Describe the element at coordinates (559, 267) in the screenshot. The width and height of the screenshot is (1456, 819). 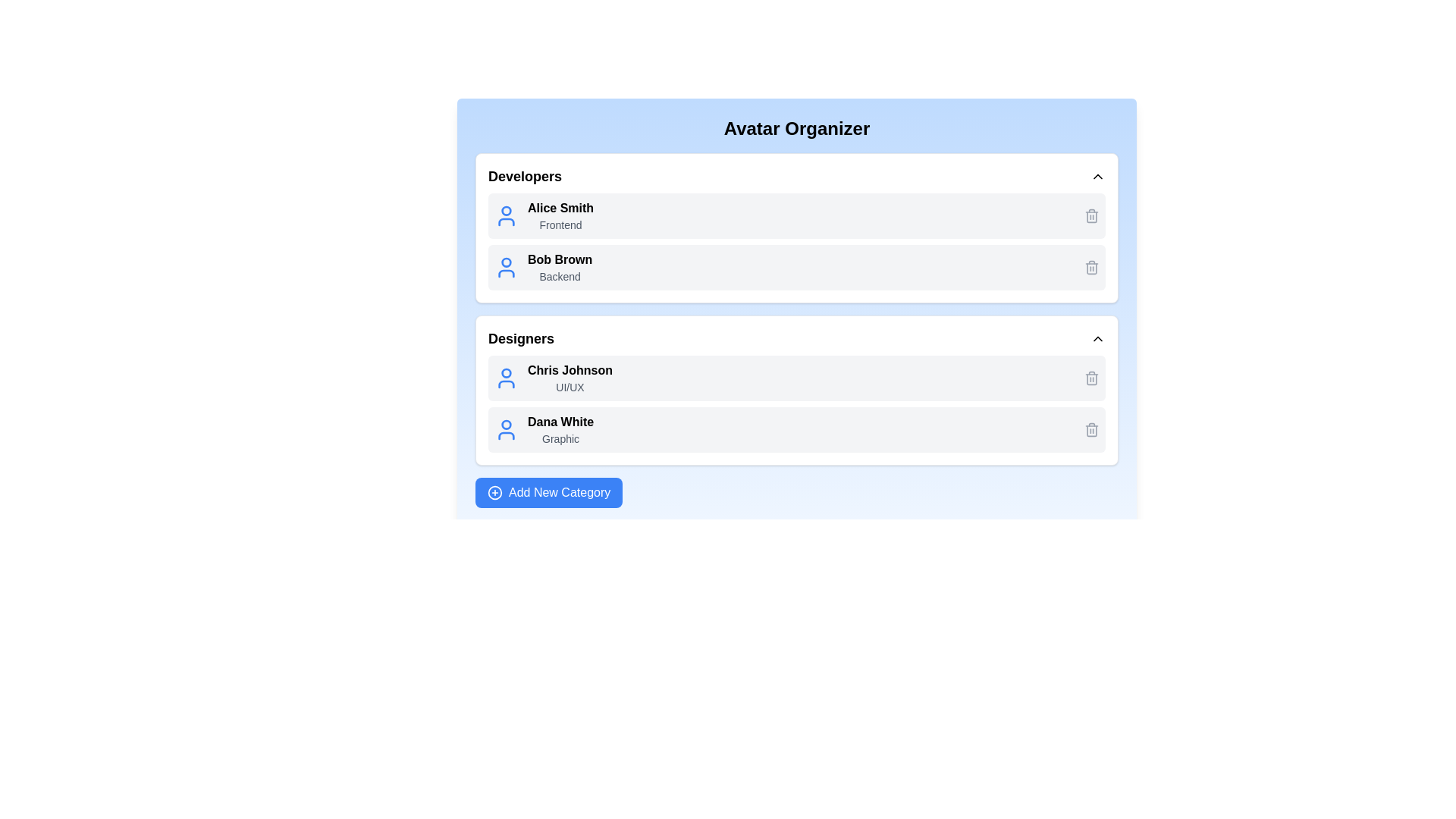
I see `the Text label displaying user information for 'Bob Brown' and their role 'Backend' in the 'Developers' section` at that location.